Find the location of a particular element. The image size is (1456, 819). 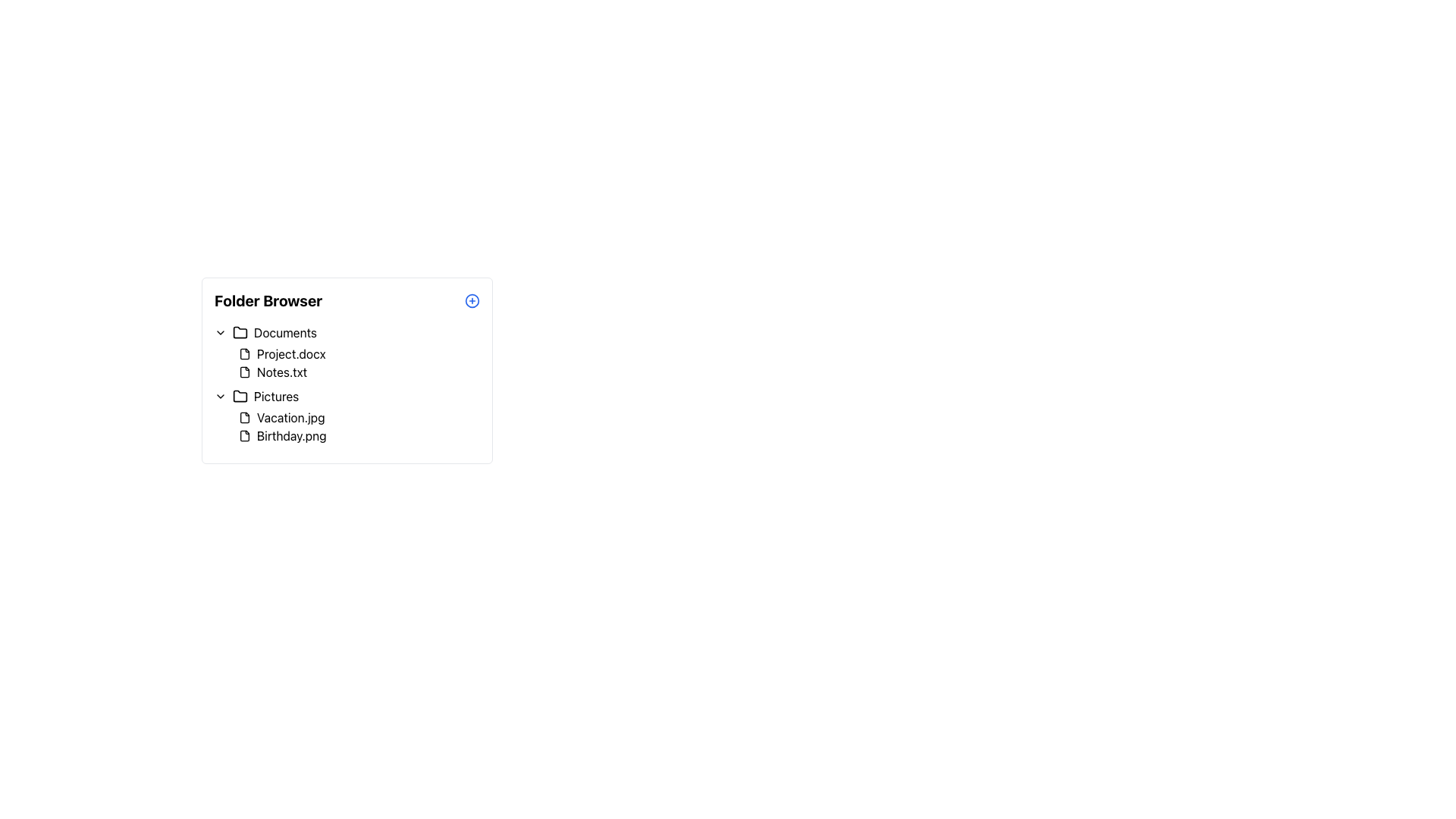

the image file type icon representing 'Vacation.jpg' in the 'Pictures' folder section of the 'Folder Browser' interface is located at coordinates (244, 418).